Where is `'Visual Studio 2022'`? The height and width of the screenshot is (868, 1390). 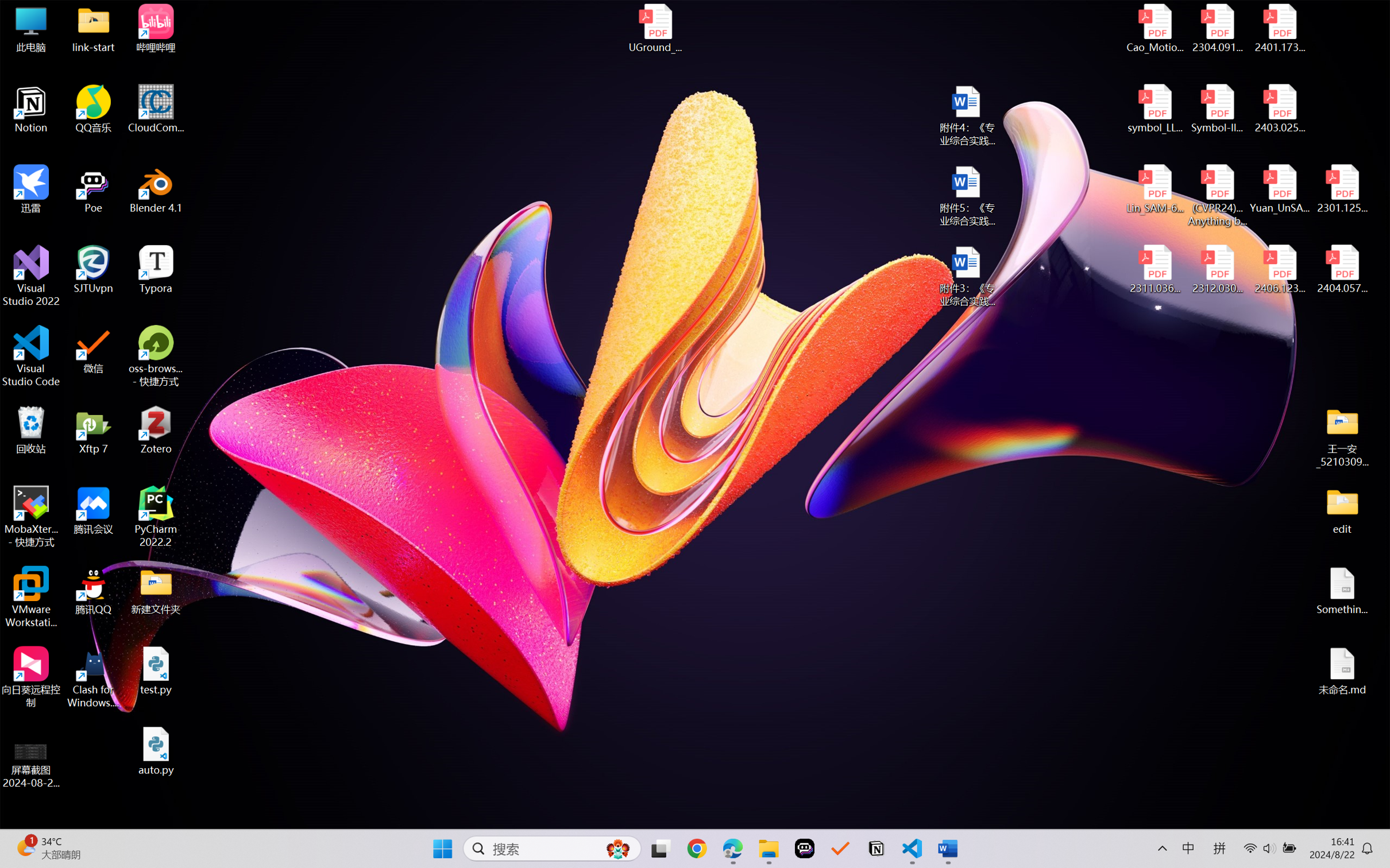 'Visual Studio 2022' is located at coordinates (30, 276).